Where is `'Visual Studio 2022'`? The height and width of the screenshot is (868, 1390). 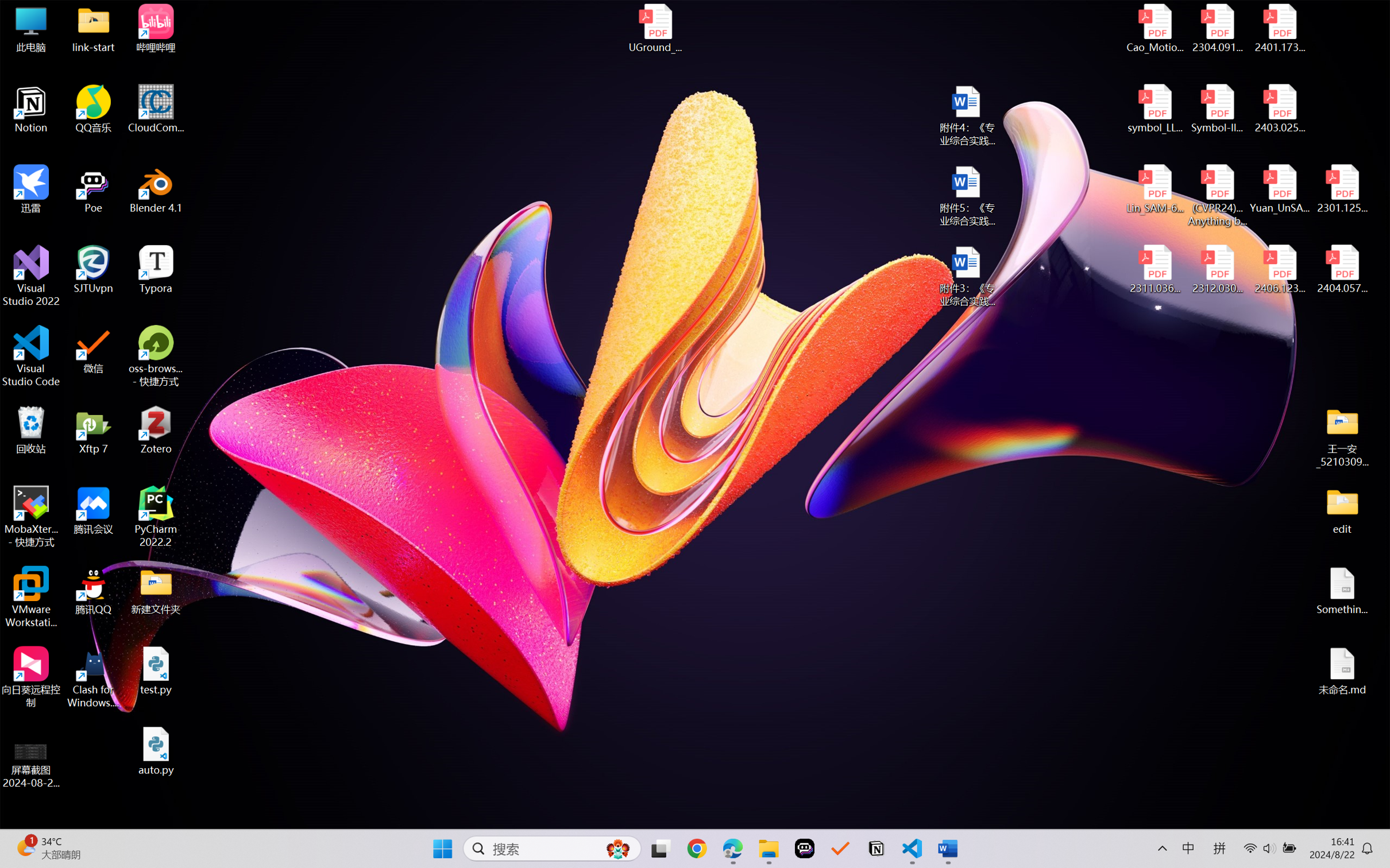 'Visual Studio 2022' is located at coordinates (30, 276).